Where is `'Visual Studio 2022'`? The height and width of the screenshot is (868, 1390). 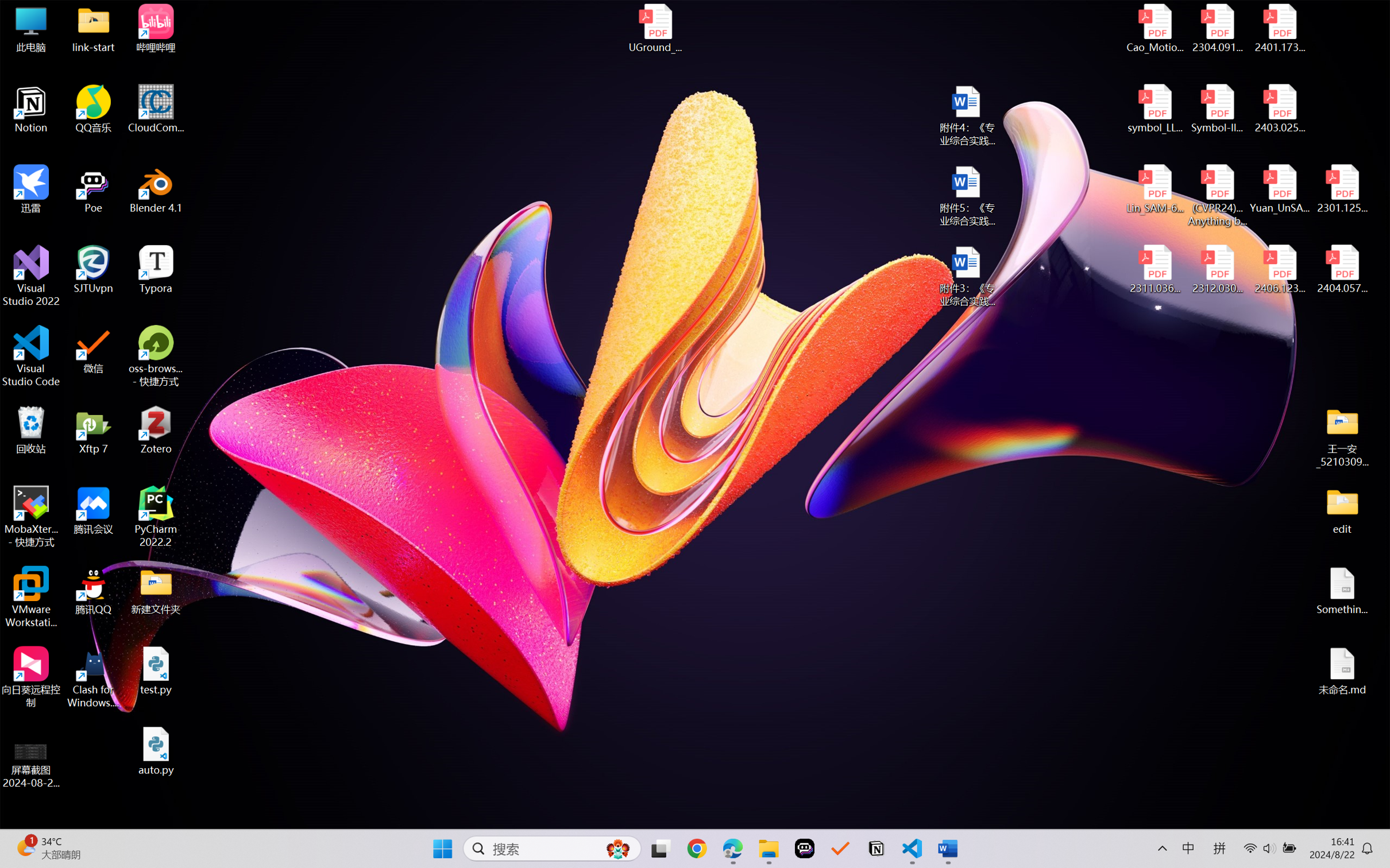 'Visual Studio 2022' is located at coordinates (30, 276).